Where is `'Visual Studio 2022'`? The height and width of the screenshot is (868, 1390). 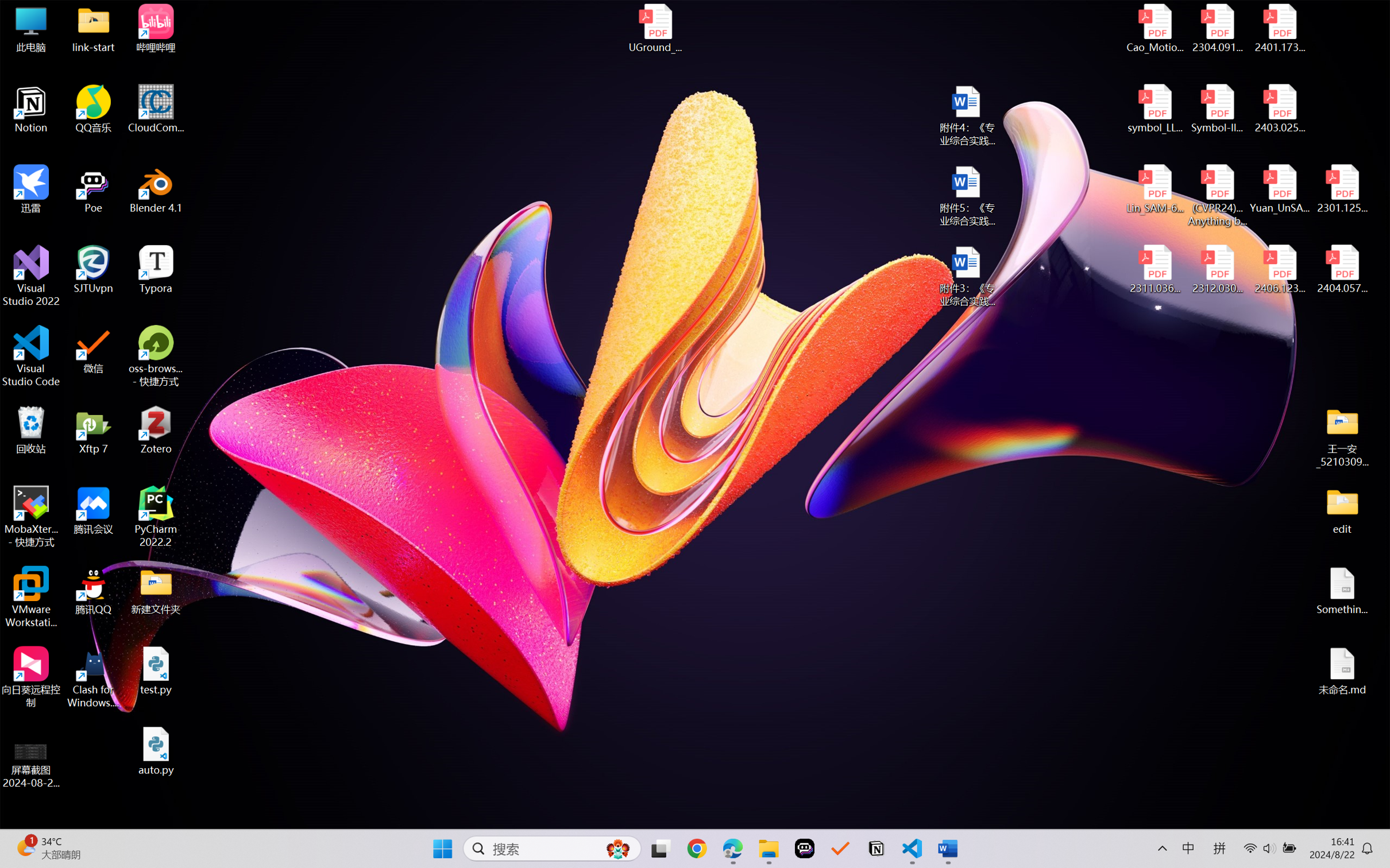 'Visual Studio 2022' is located at coordinates (30, 276).